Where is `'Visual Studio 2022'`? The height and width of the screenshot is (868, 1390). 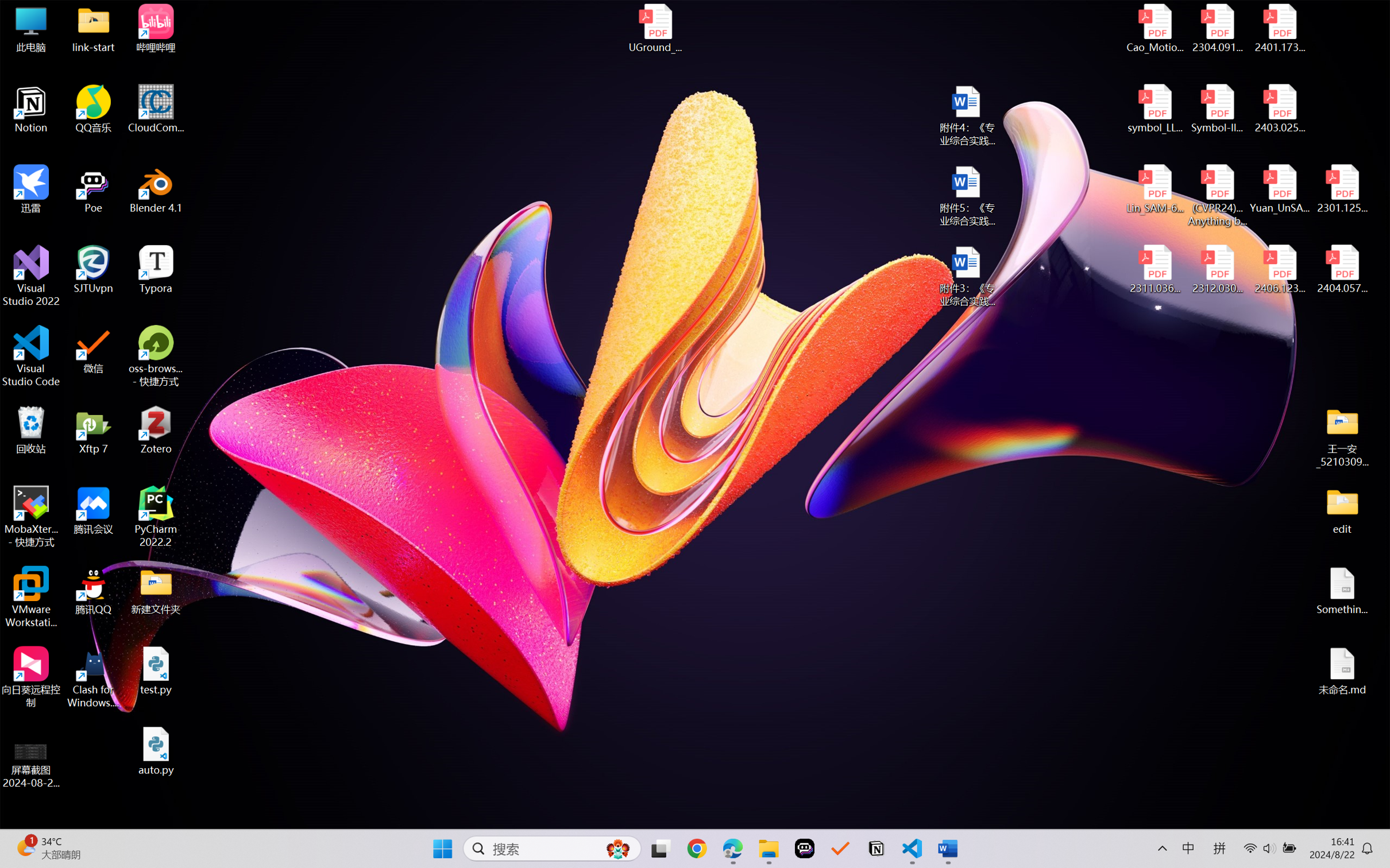 'Visual Studio 2022' is located at coordinates (30, 276).